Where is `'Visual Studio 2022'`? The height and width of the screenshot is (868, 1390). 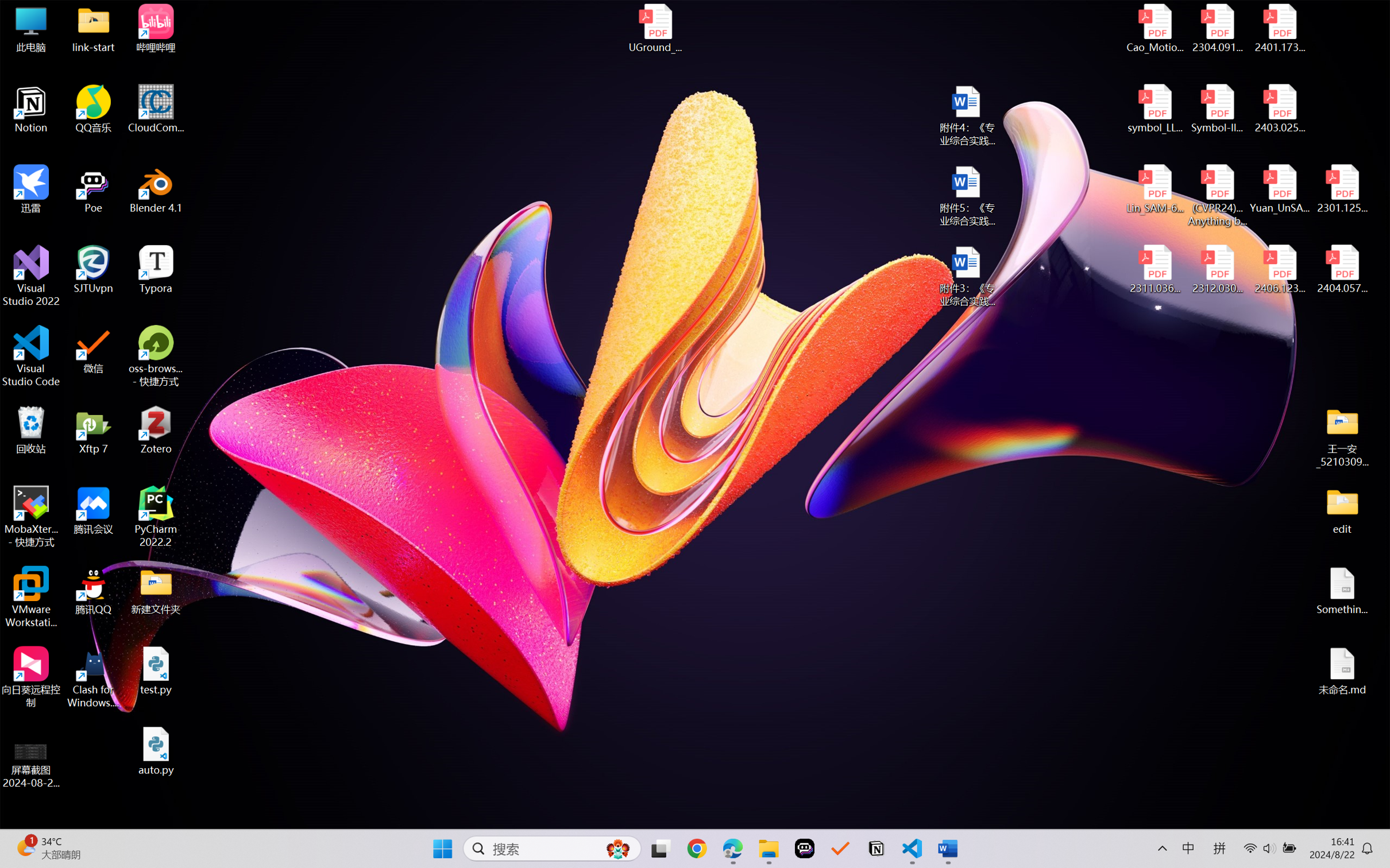 'Visual Studio 2022' is located at coordinates (30, 276).